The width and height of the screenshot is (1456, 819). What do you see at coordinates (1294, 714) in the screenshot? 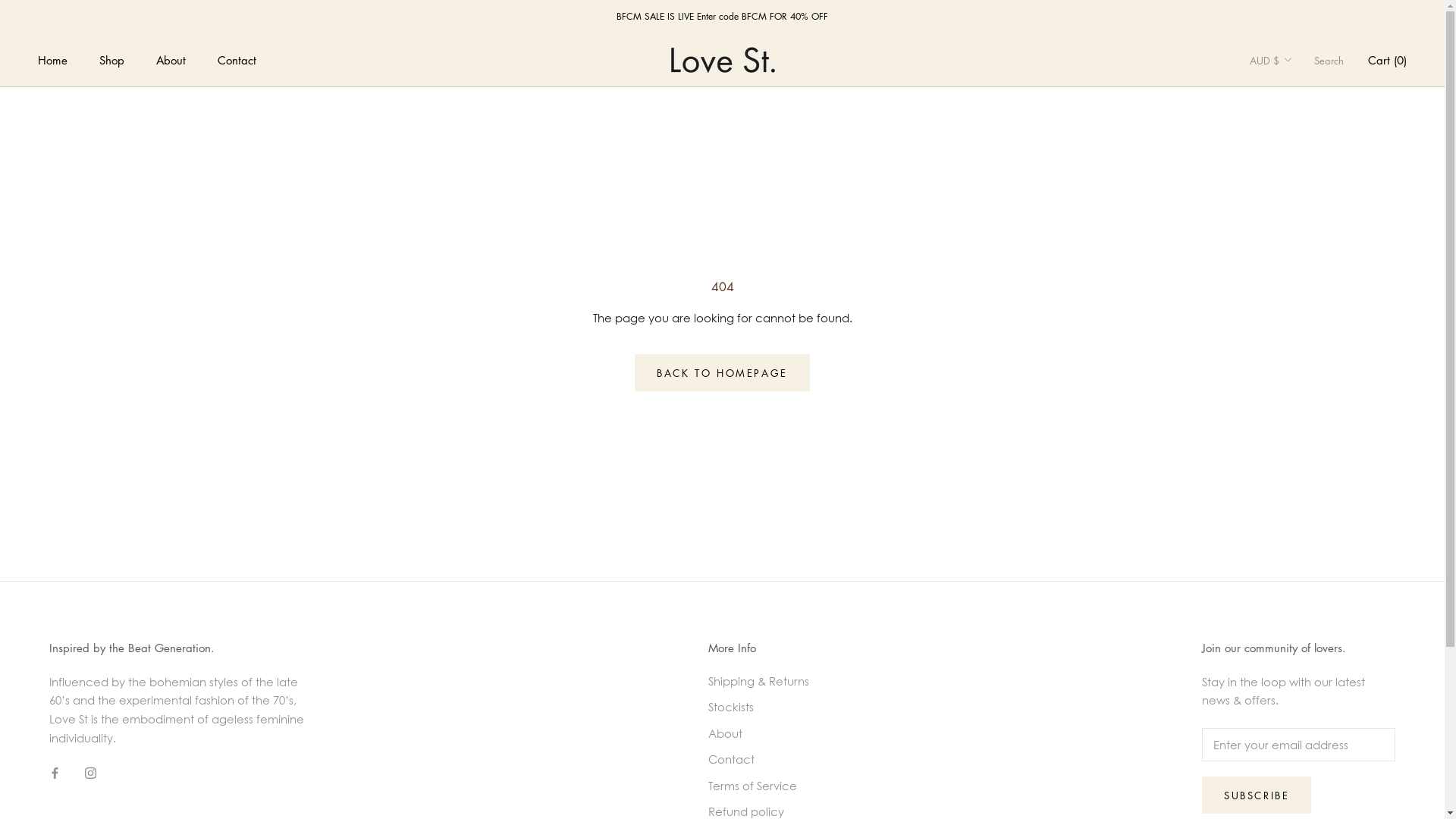
I see `'DKK'` at bounding box center [1294, 714].